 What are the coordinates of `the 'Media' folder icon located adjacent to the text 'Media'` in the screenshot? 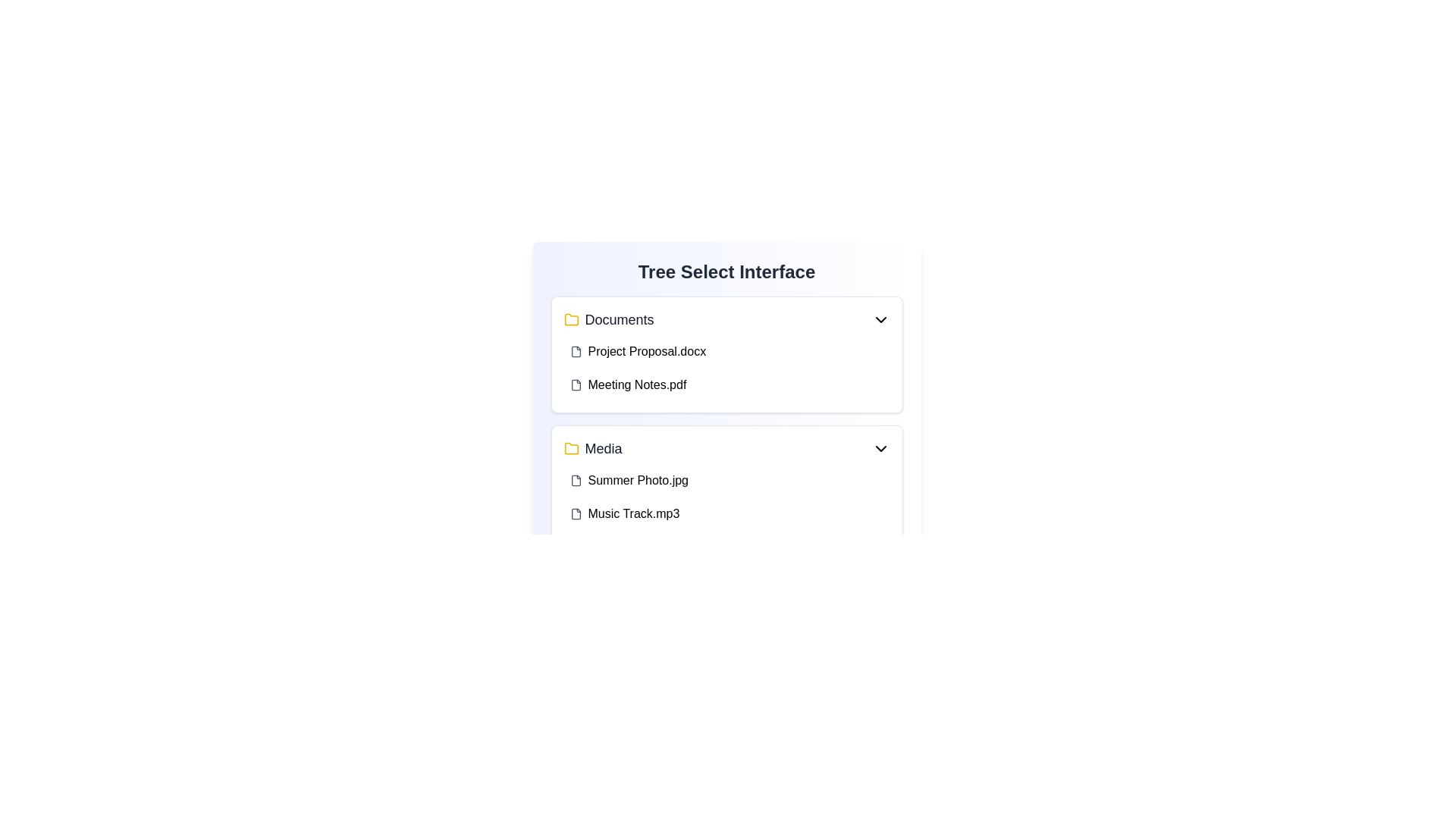 It's located at (570, 447).